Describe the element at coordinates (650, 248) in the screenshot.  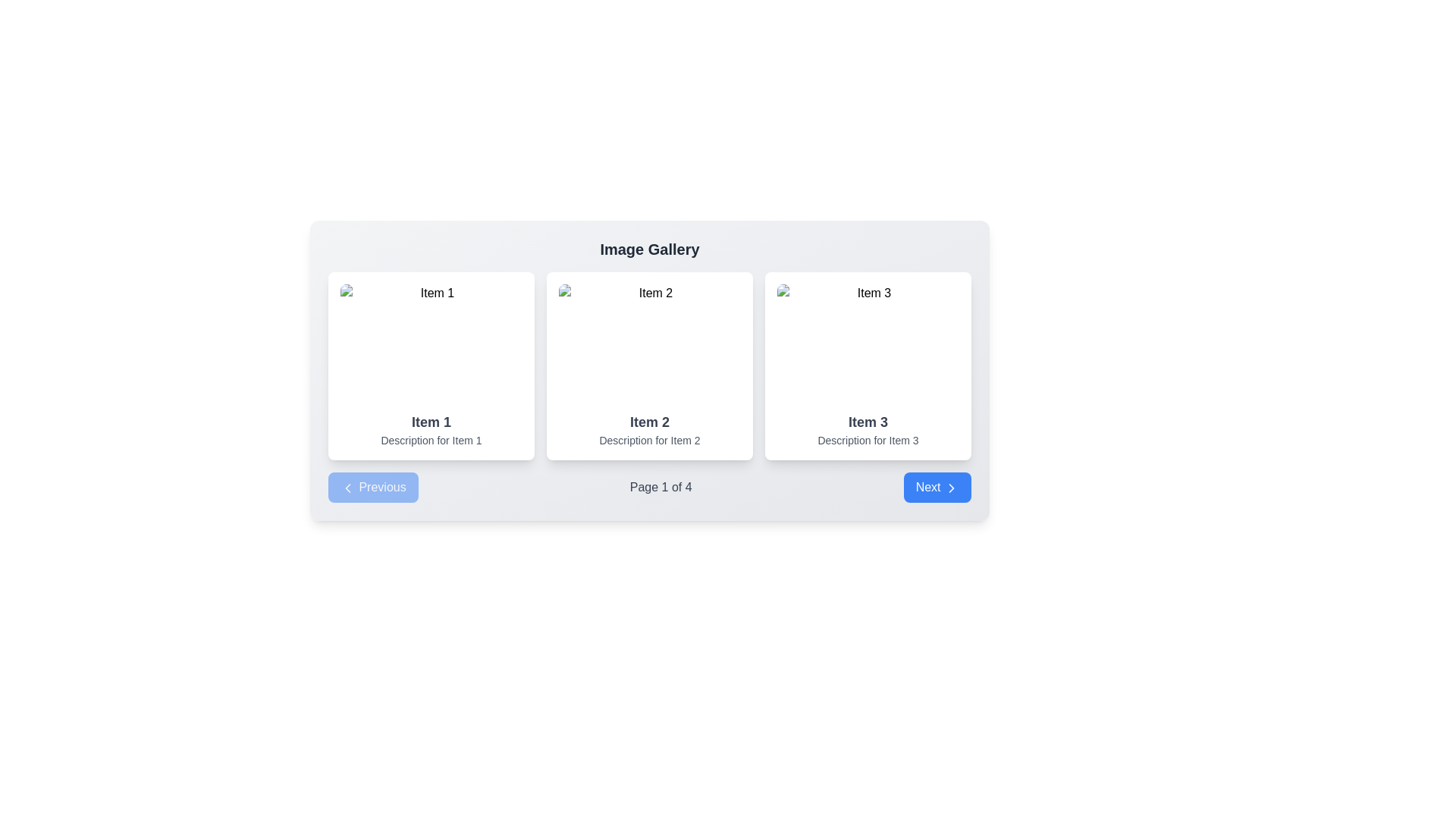
I see `text from the title Text Label indicating the purpose of the image gallery, which is located at the top of the main content area` at that location.